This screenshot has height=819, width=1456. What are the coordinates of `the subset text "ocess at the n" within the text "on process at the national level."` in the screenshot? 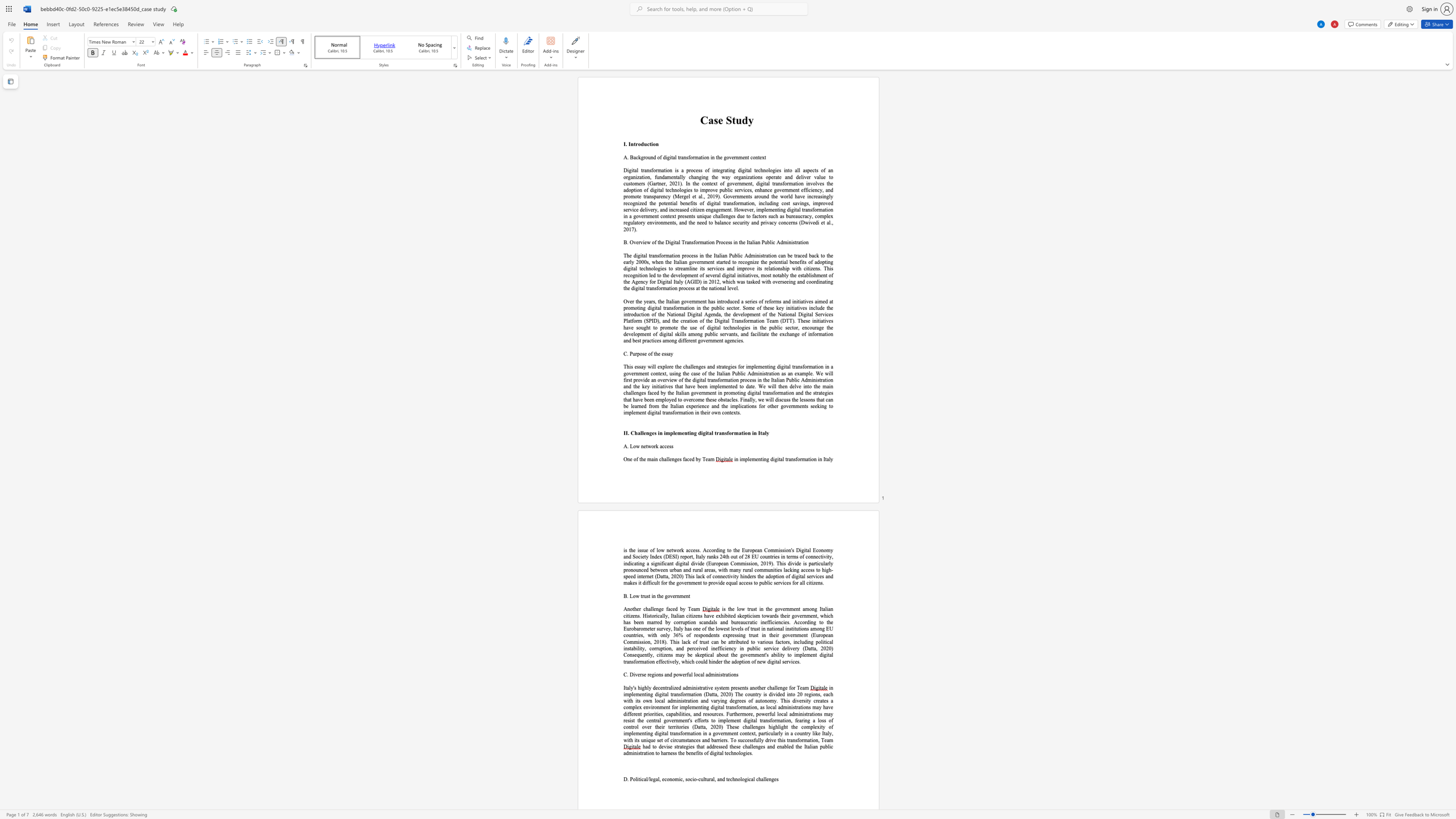 It's located at (683, 288).